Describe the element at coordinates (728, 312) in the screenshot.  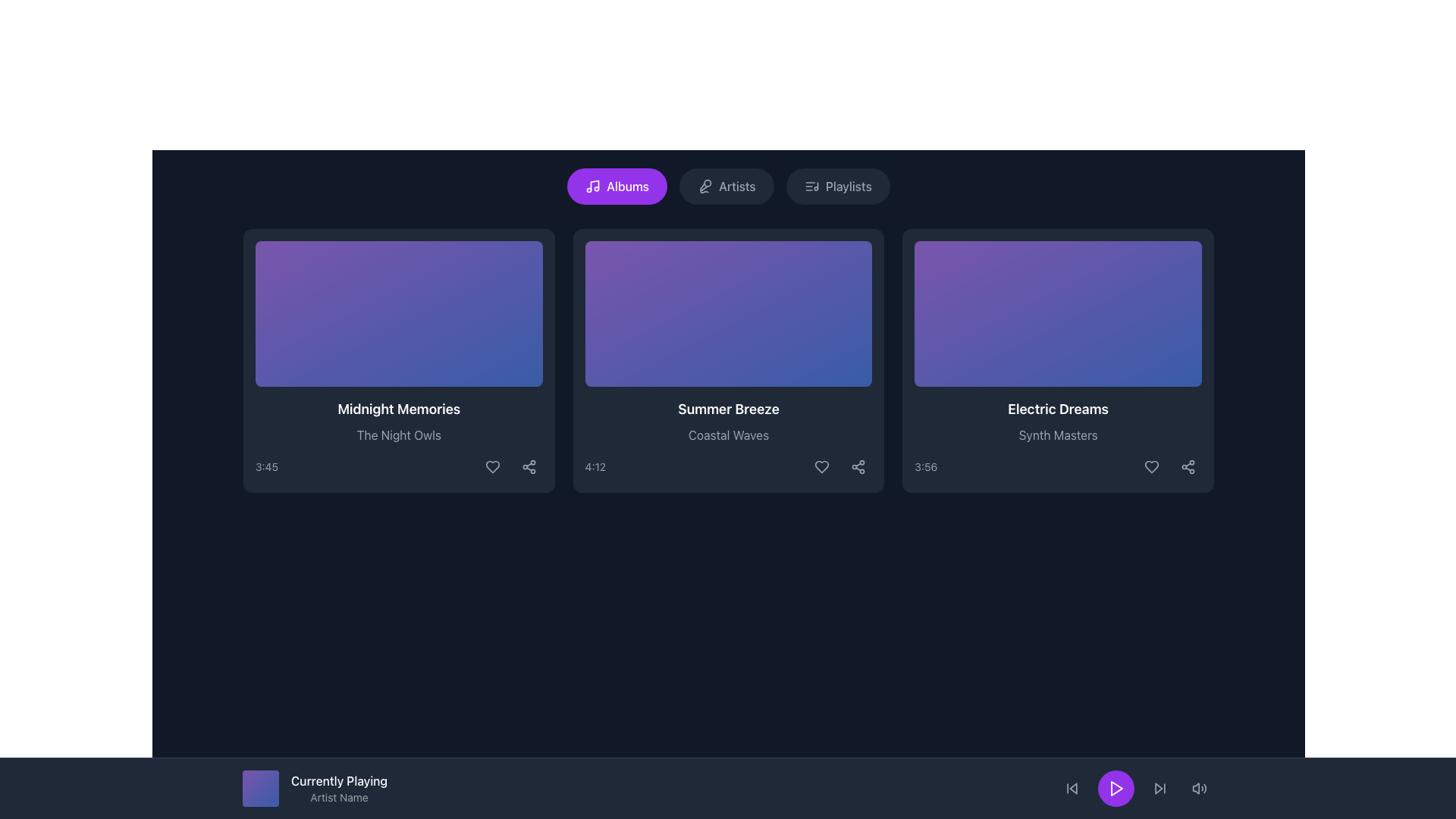
I see `the visual thumbnail for the 'Summer Breeze' album, which is the top component within the card titled 'Summer Breeze' with the subtitle 'Coastal Waves'` at that location.